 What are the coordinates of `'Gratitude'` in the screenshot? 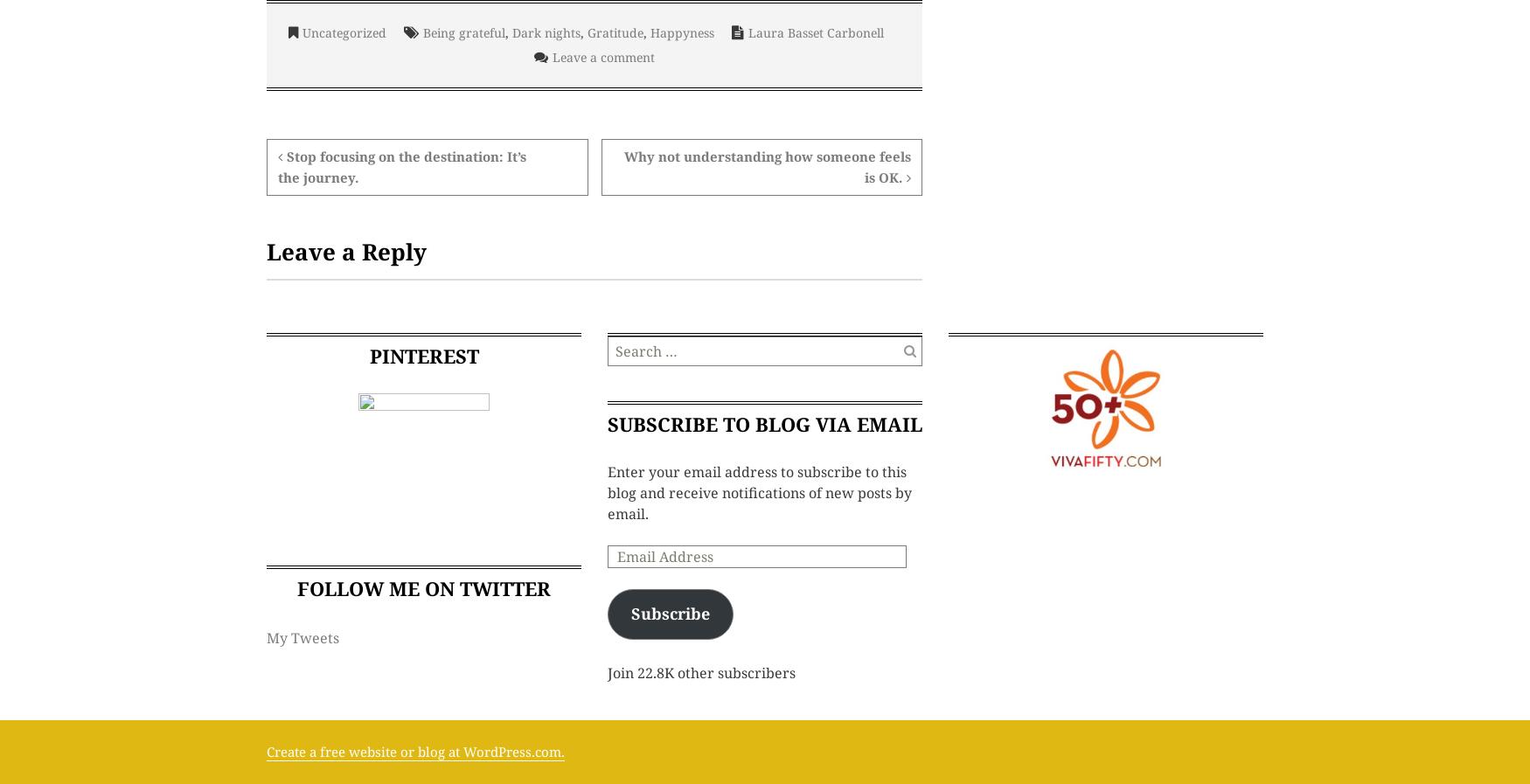 It's located at (614, 31).